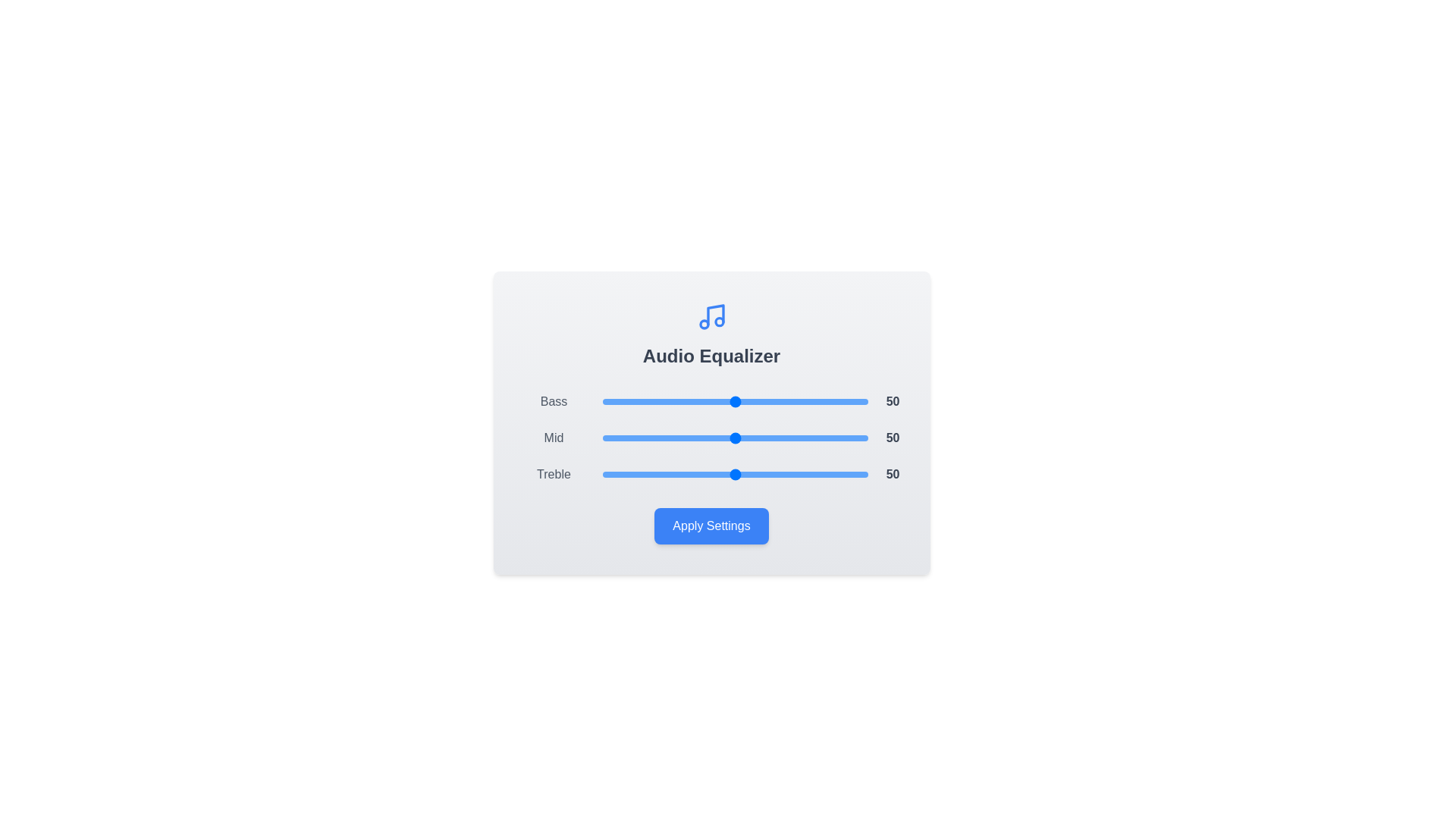 The height and width of the screenshot is (819, 1456). Describe the element at coordinates (621, 438) in the screenshot. I see `the 'Mid' slider to 7` at that location.